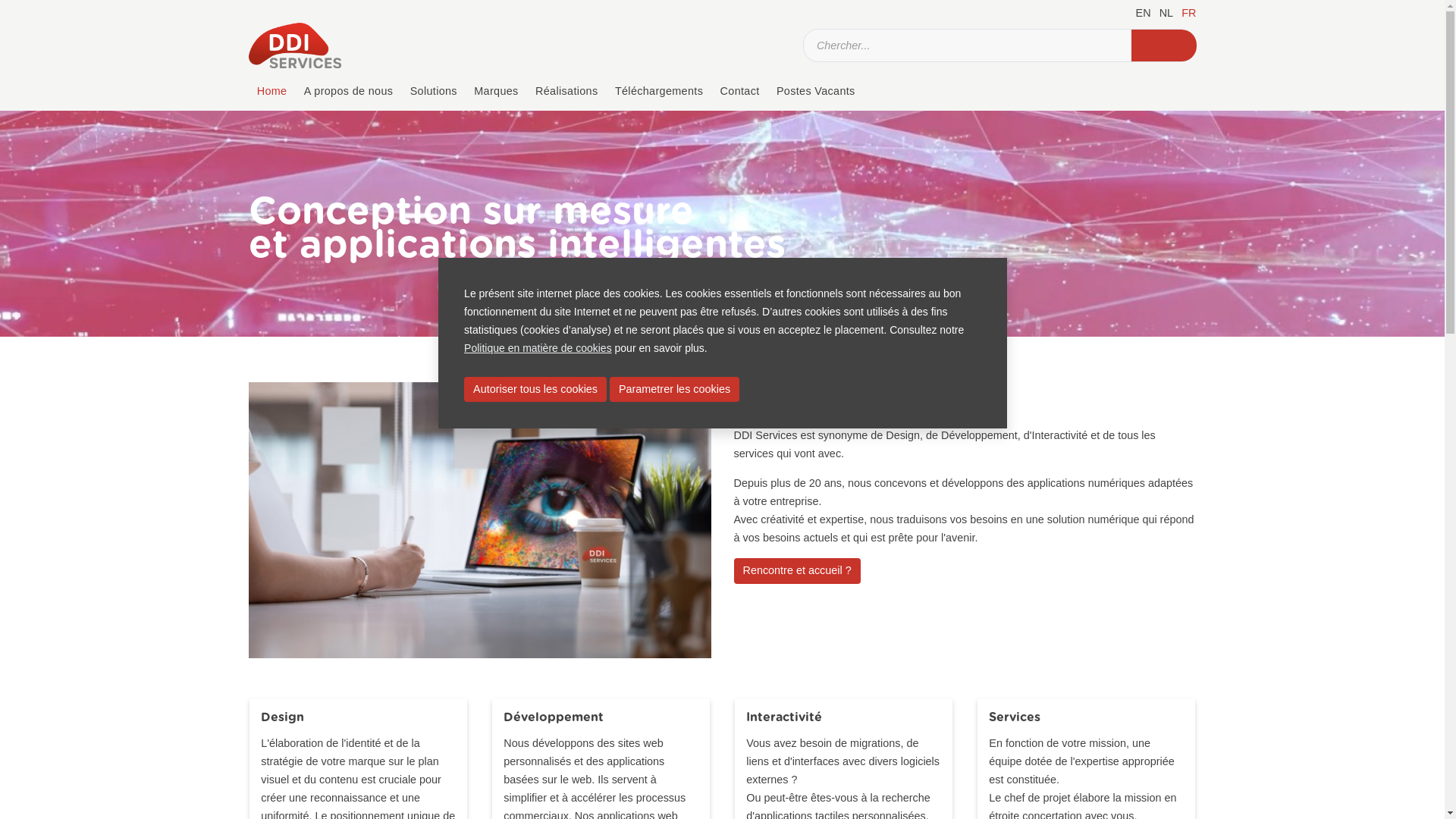 The height and width of the screenshot is (819, 1456). I want to click on 'Home', so click(248, 91).